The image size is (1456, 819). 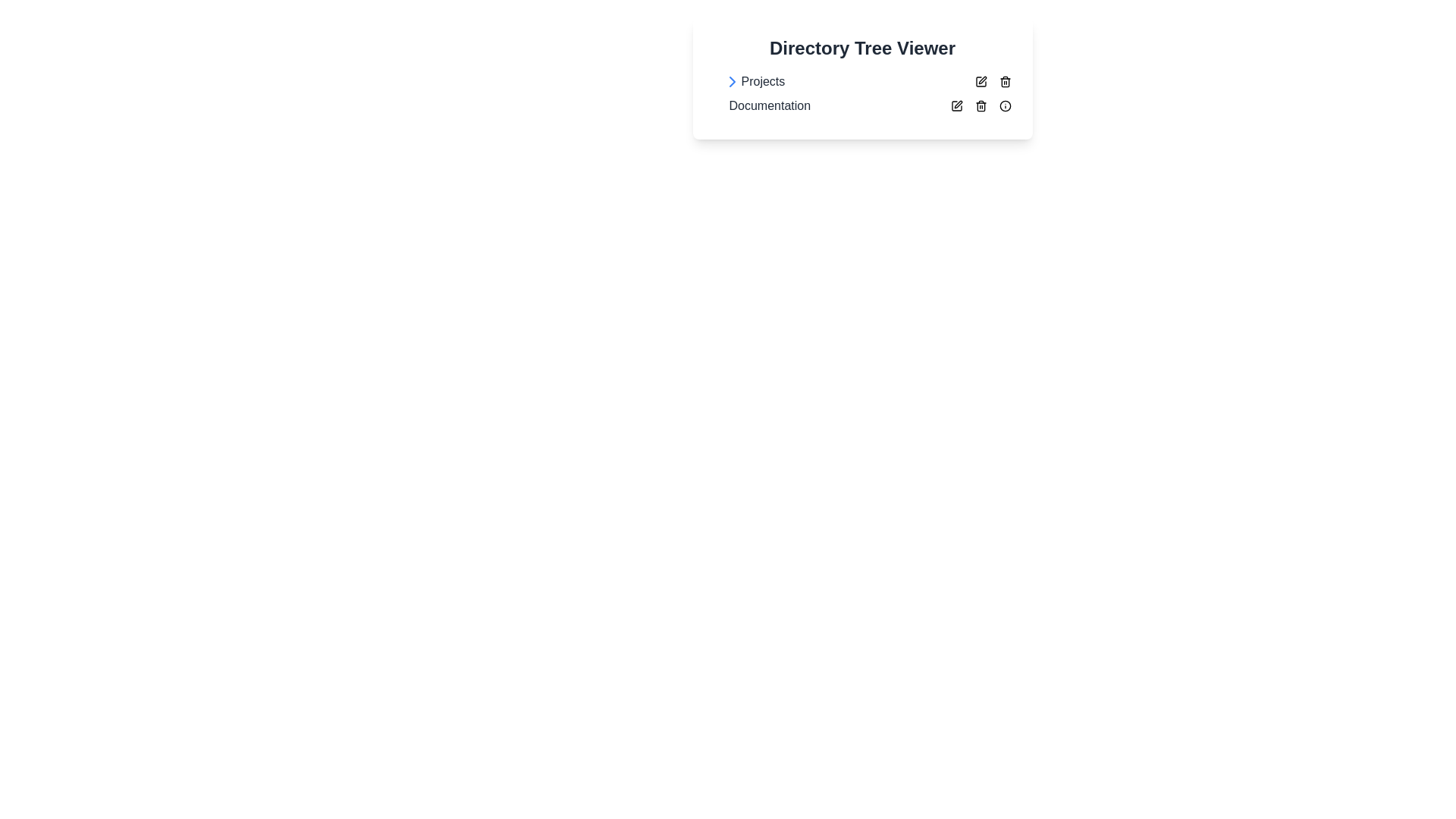 I want to click on the edit button icon, which resembles a pen, located in the upper-right corner of the 'Directory Tree Viewer' card, so click(x=981, y=82).